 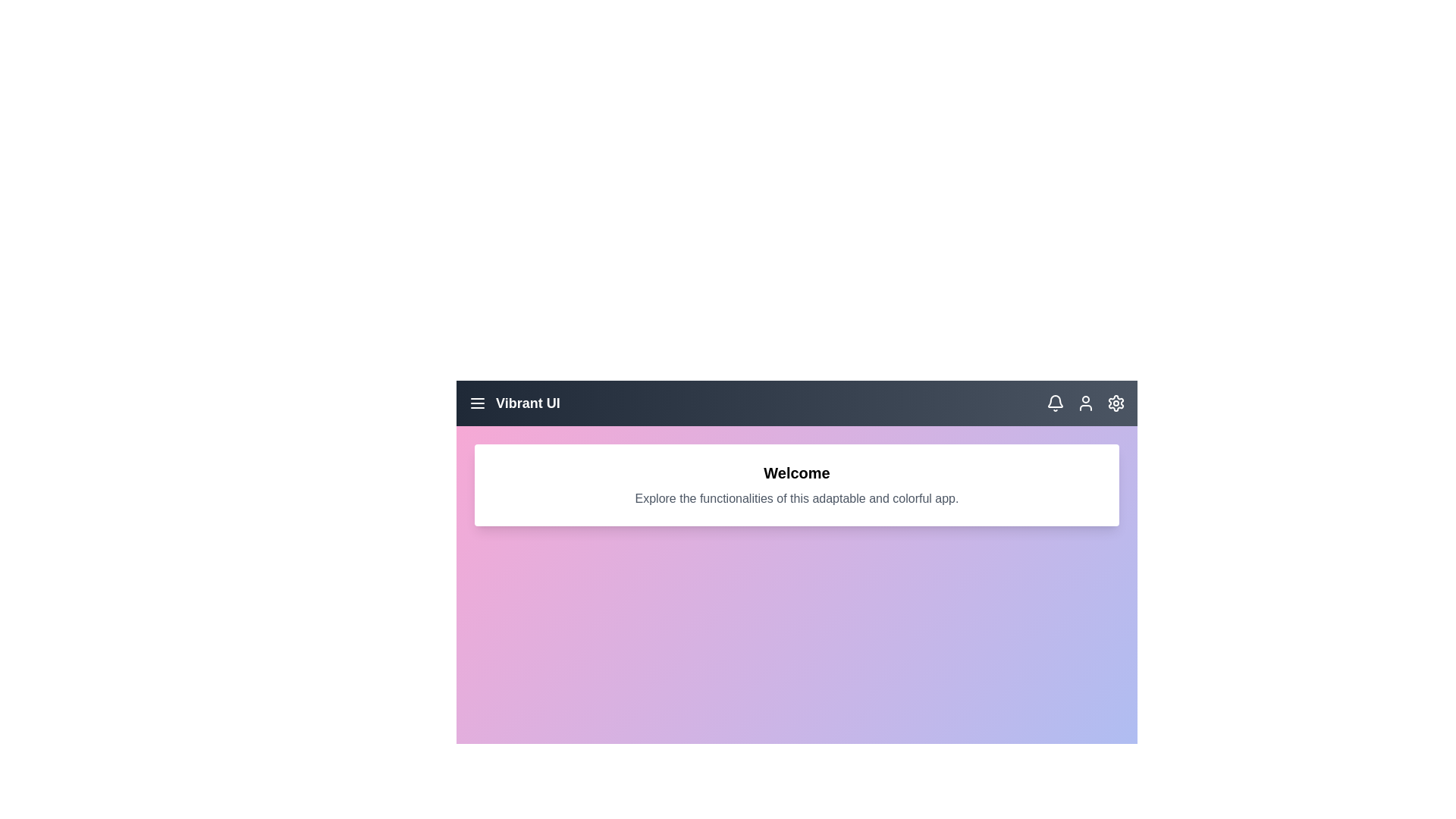 I want to click on the user account icon in the app bar, so click(x=1084, y=403).